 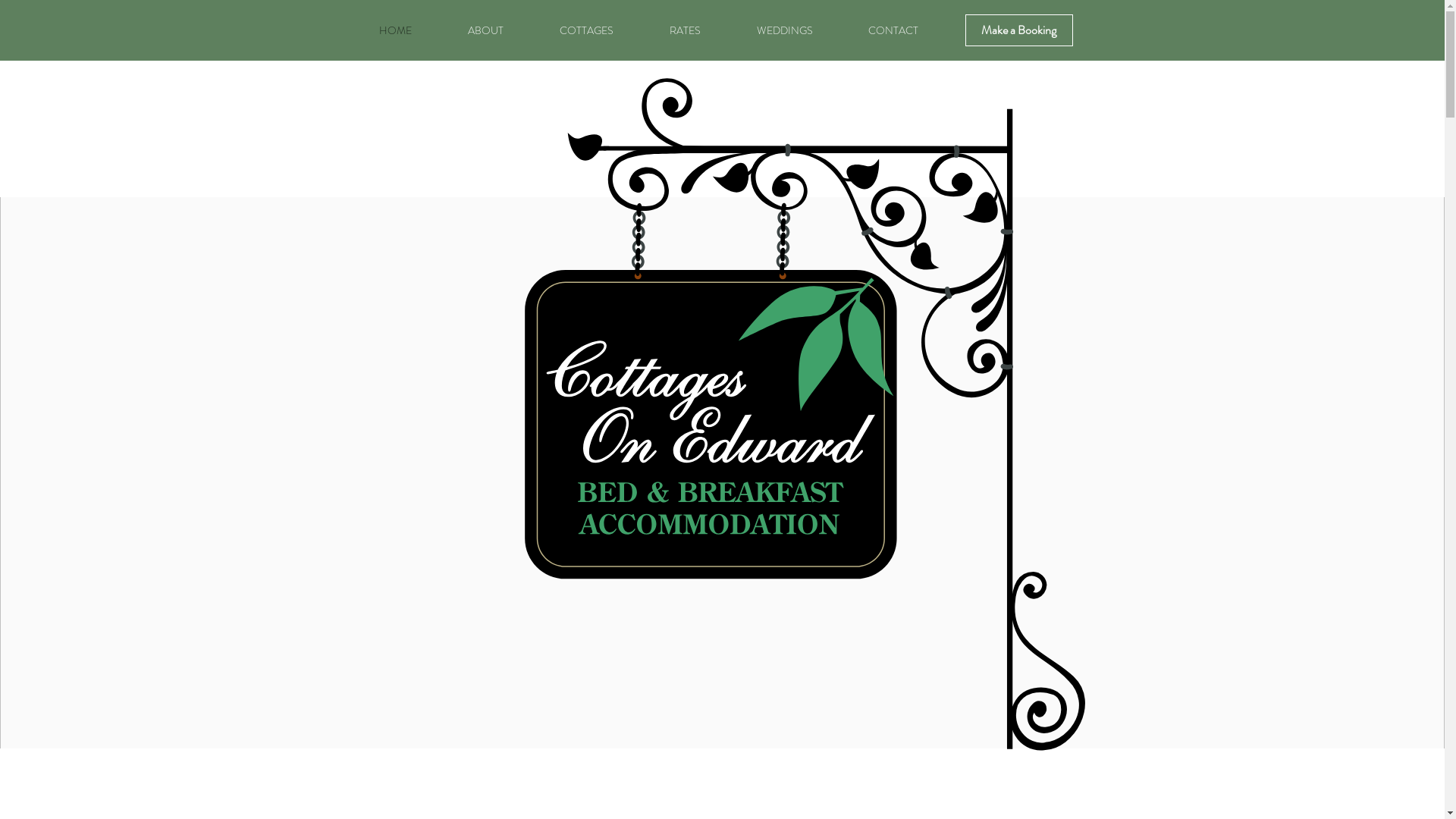 I want to click on 'Make a Booking', so click(x=964, y=30).